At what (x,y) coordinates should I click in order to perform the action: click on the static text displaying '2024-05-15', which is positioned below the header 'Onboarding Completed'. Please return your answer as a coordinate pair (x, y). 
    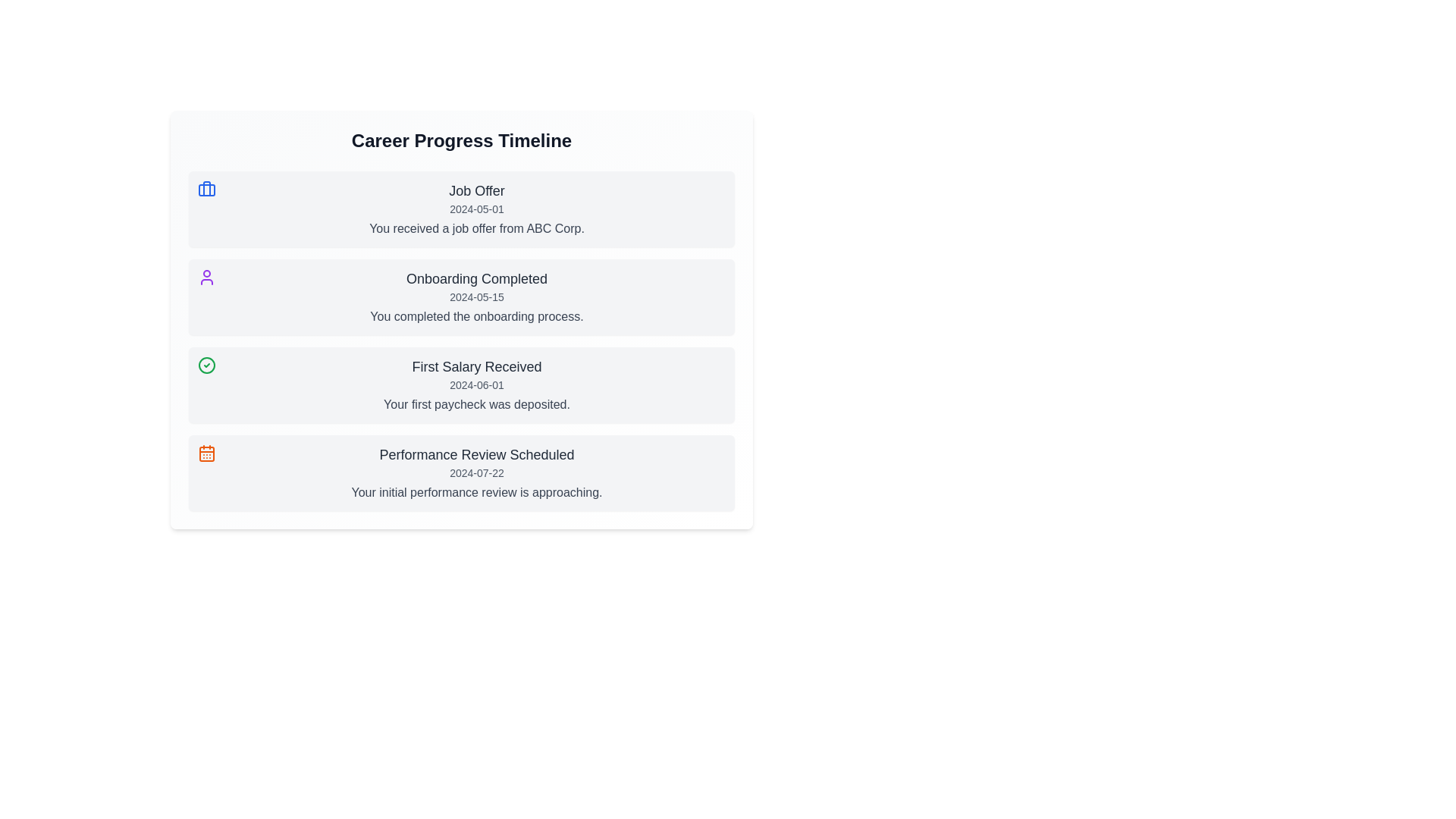
    Looking at the image, I should click on (475, 297).